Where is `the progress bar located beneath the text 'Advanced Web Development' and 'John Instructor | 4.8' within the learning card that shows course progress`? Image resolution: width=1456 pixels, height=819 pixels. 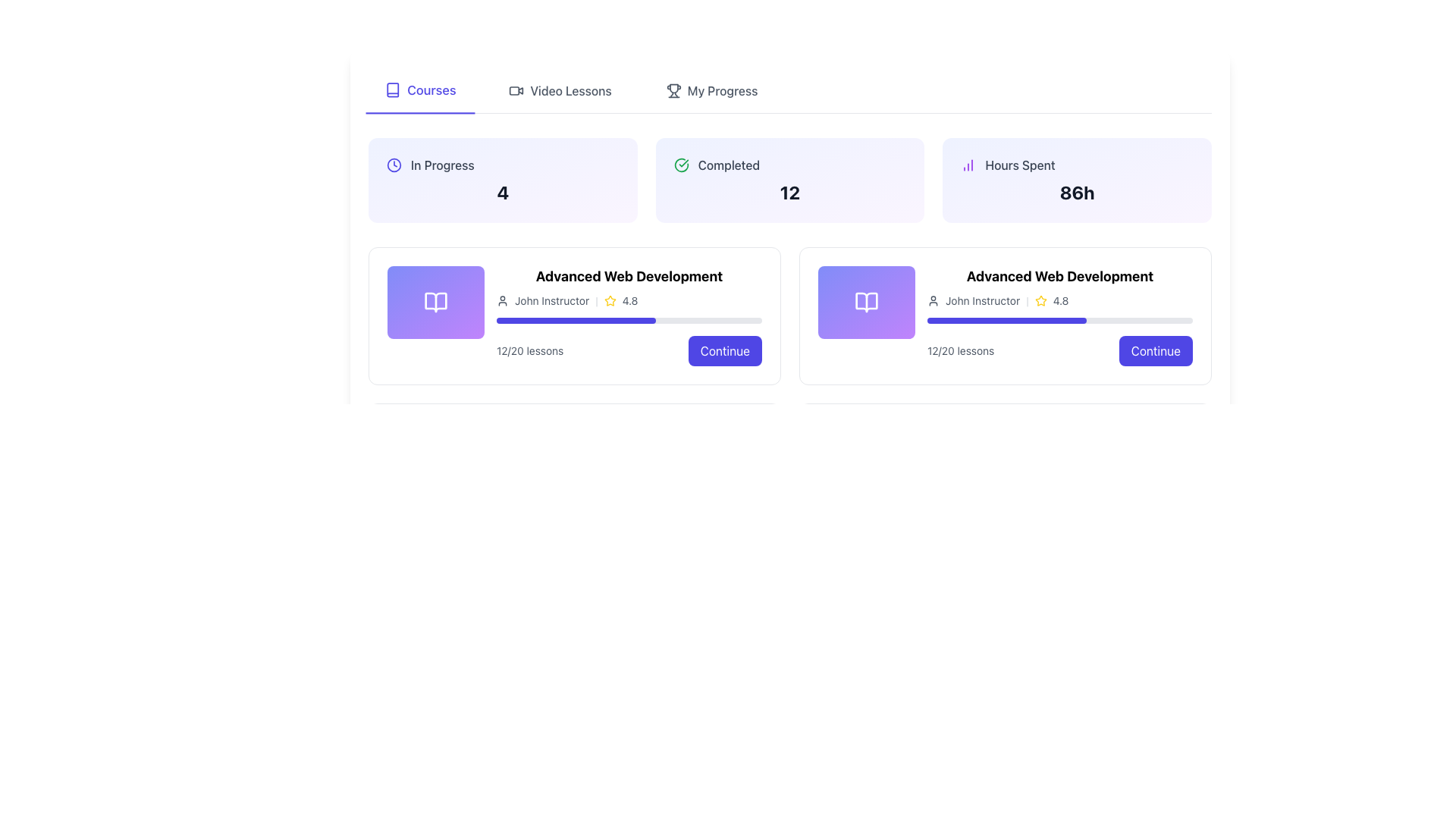
the progress bar located beneath the text 'Advanced Web Development' and 'John Instructor | 4.8' within the learning card that shows course progress is located at coordinates (1059, 320).